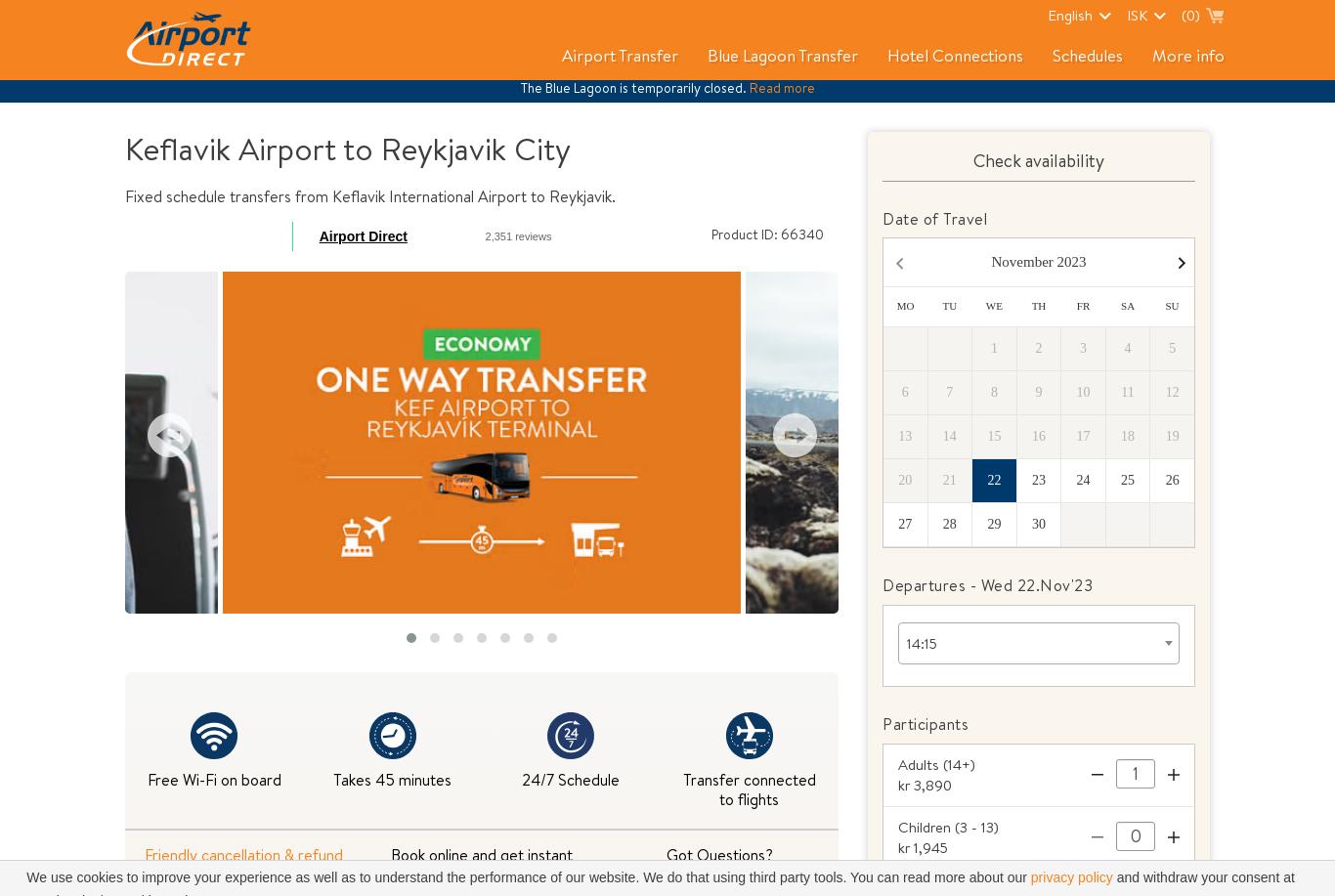 The image size is (1335, 896). Describe the element at coordinates (719, 873) in the screenshot. I see `'Contact our agents'` at that location.